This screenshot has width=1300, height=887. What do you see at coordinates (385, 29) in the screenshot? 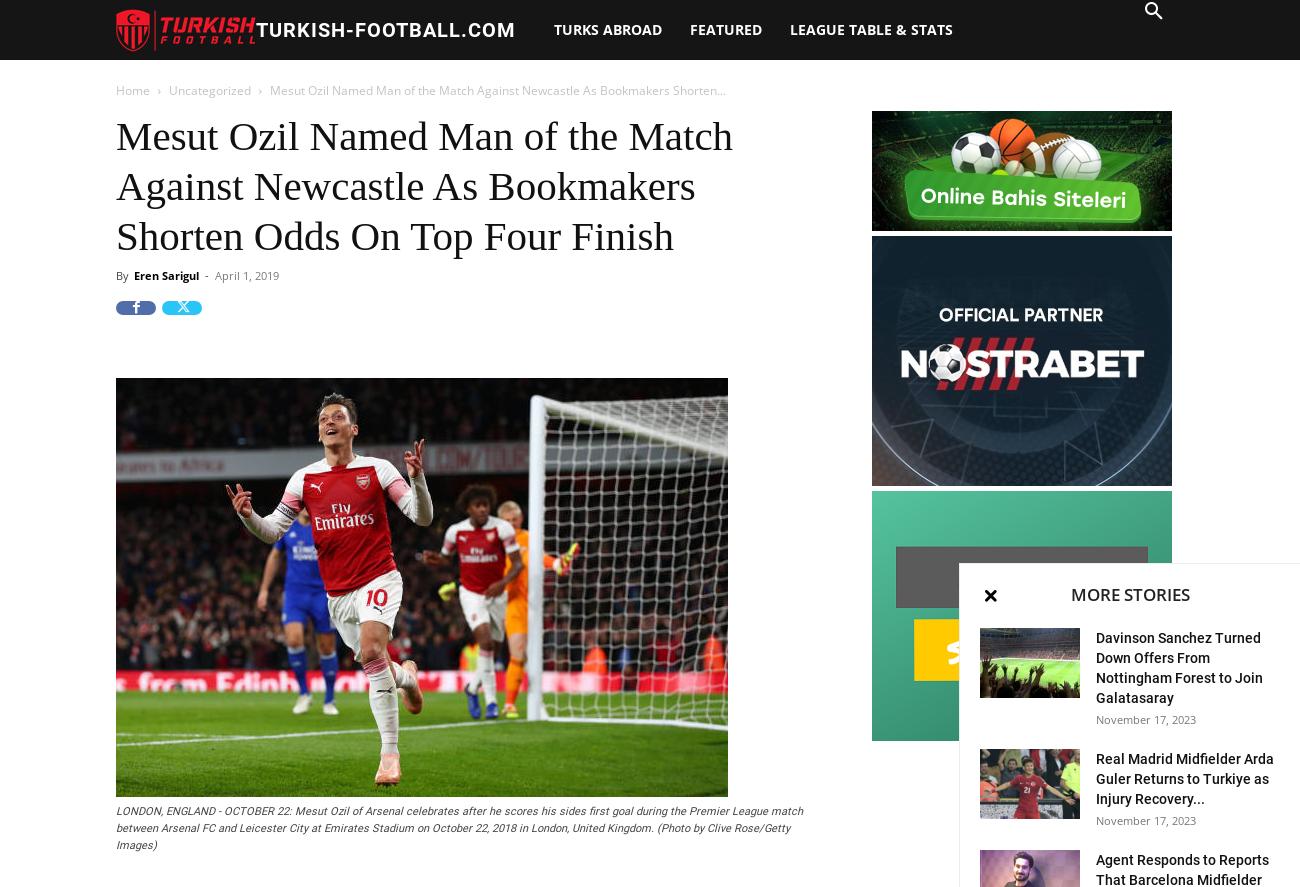
I see `'Turkish-Football.com'` at bounding box center [385, 29].